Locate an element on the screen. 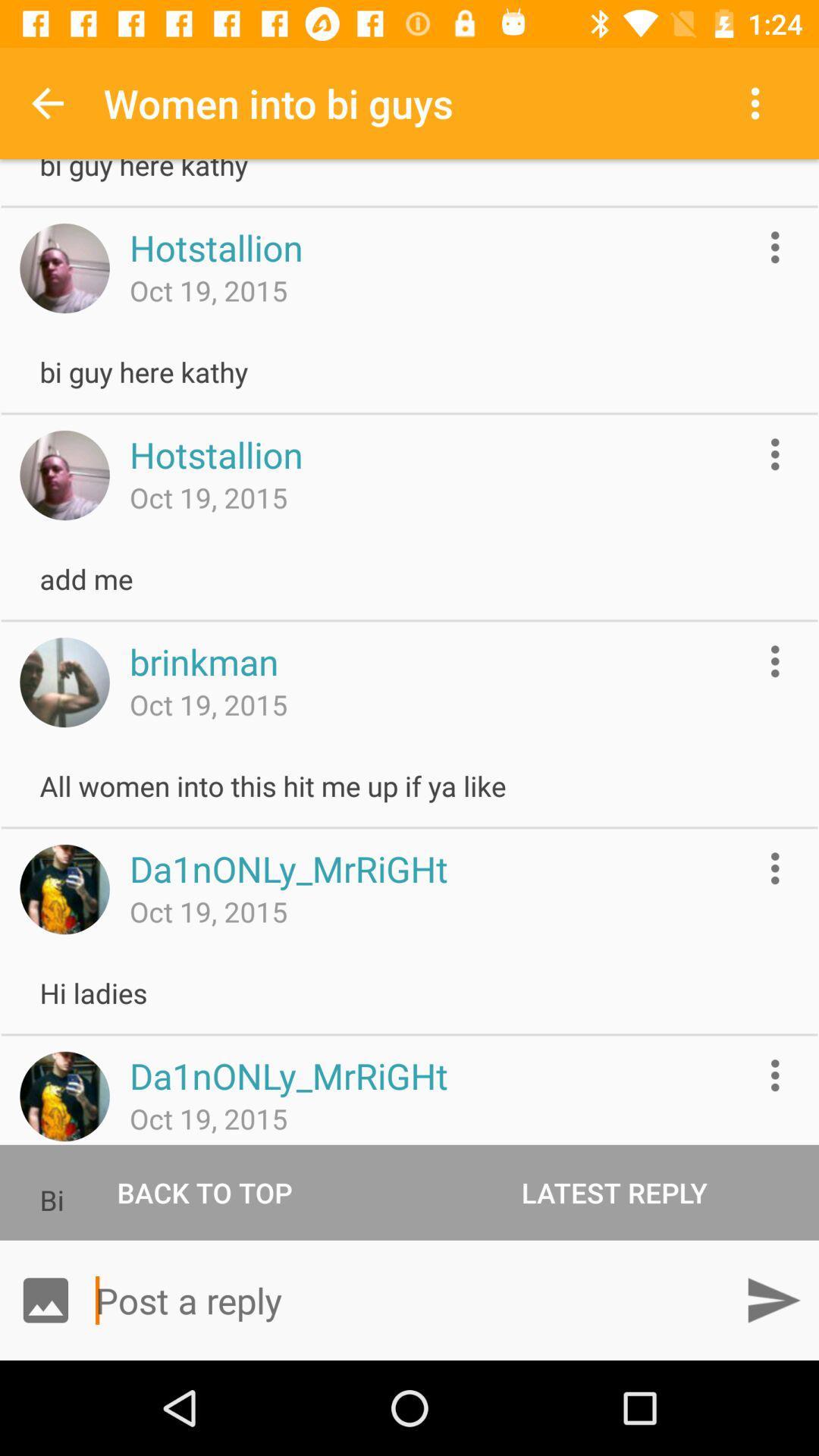 The width and height of the screenshot is (819, 1456). see image is located at coordinates (64, 1096).